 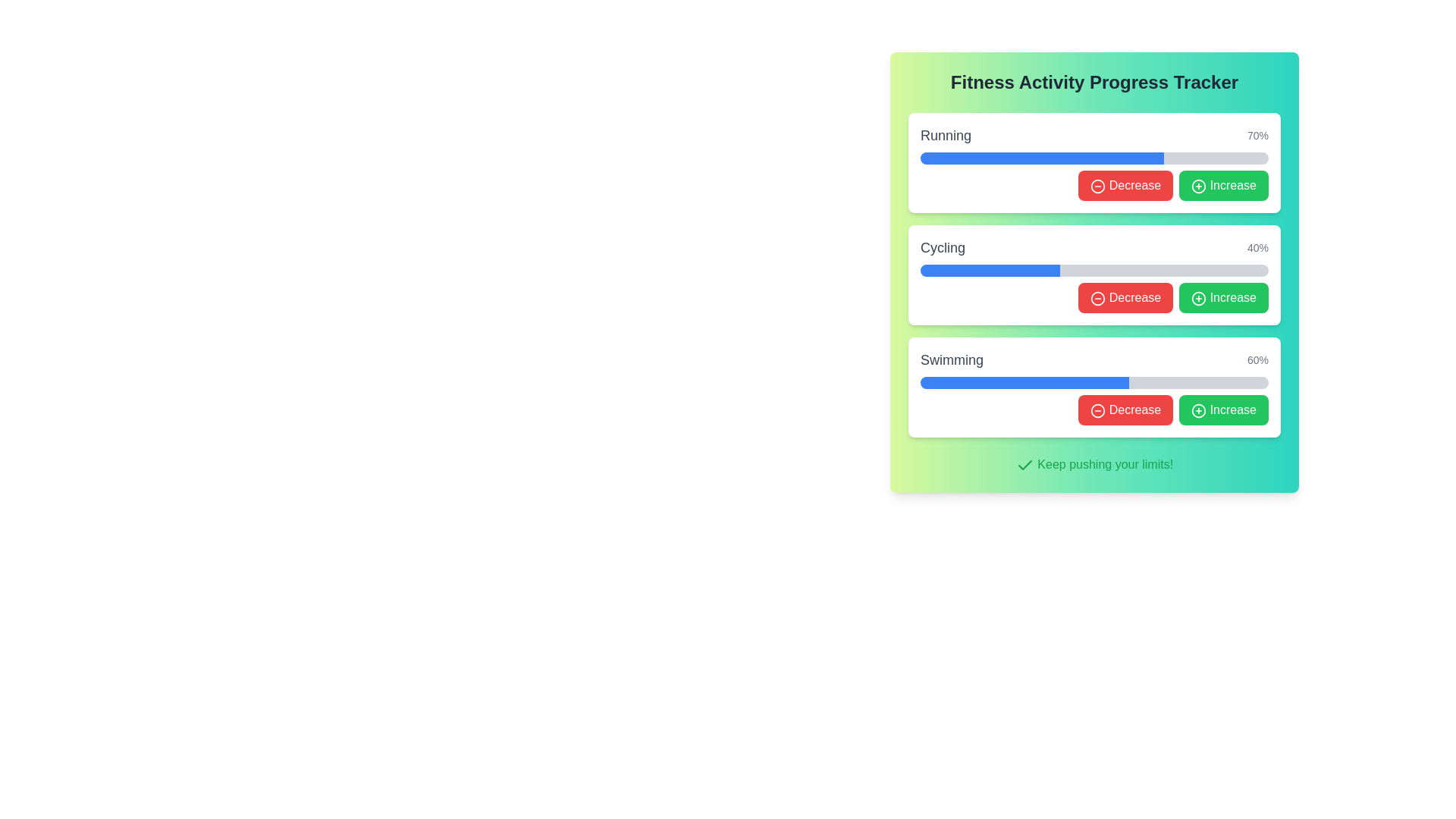 I want to click on the 'Increase' action icon located at the right end of the green 'Increase' button in the Cycling progress bar card, so click(x=1198, y=298).